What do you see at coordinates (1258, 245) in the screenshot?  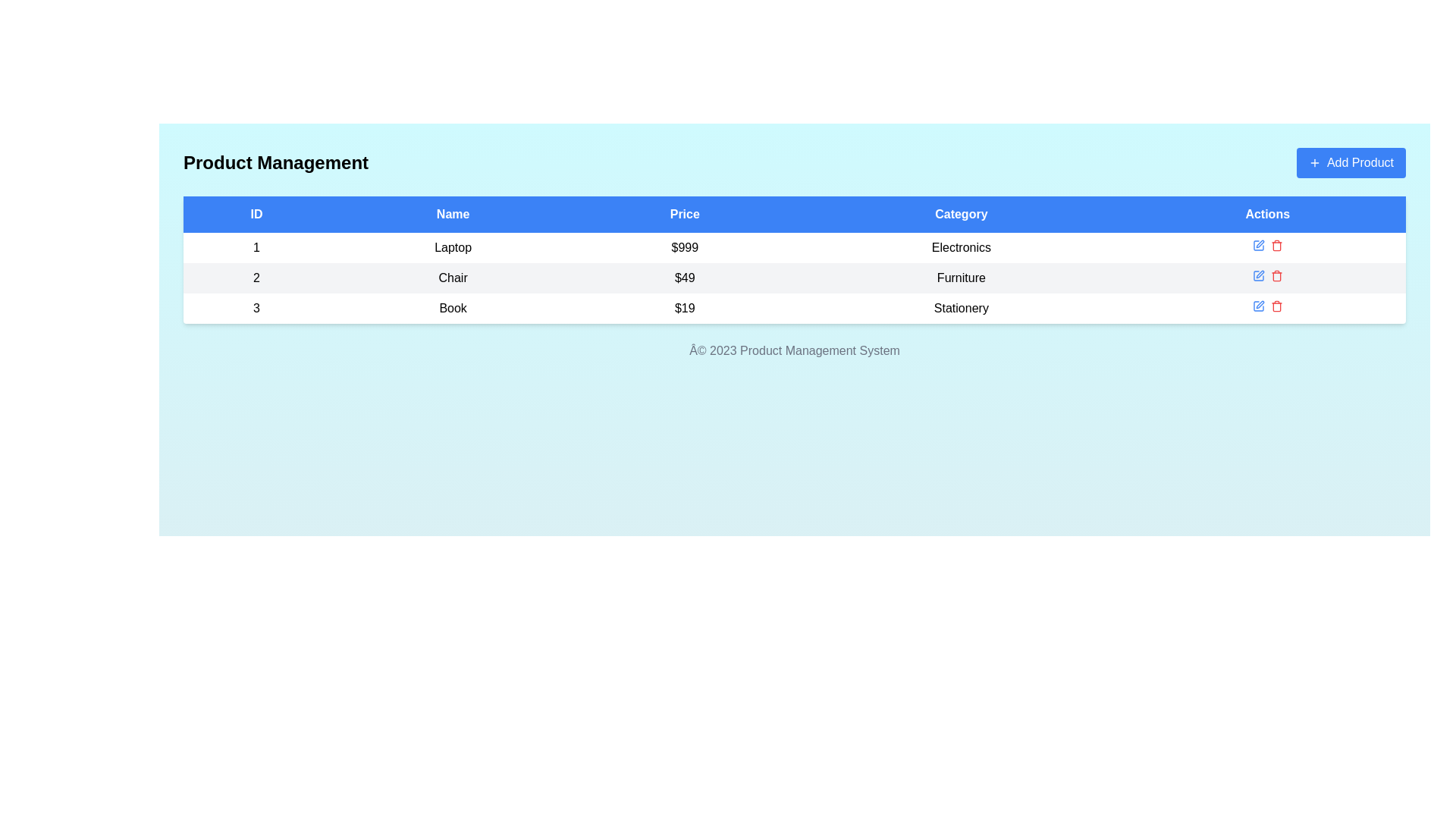 I see `the edit button represented by a blue pen icon located in the far-right cell of the first row under the 'Actions' column` at bounding box center [1258, 245].